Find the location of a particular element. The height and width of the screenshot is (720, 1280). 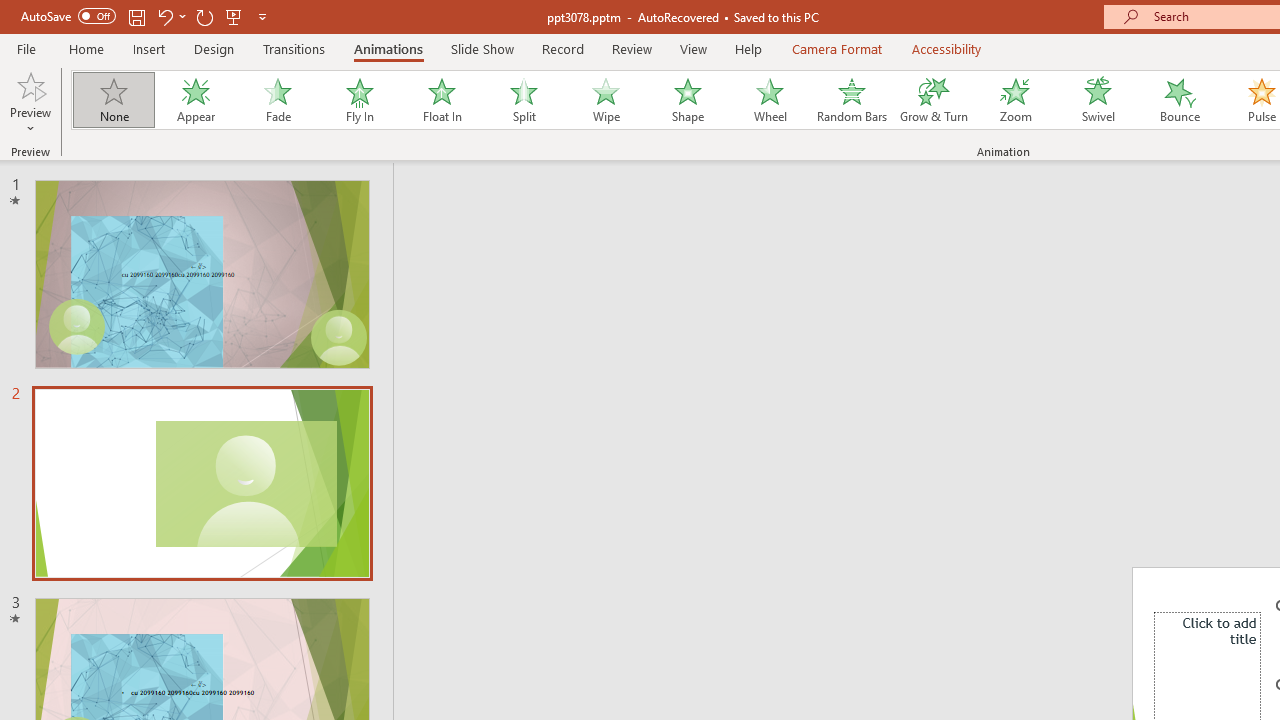

'Grow & Turn' is located at coordinates (933, 100).